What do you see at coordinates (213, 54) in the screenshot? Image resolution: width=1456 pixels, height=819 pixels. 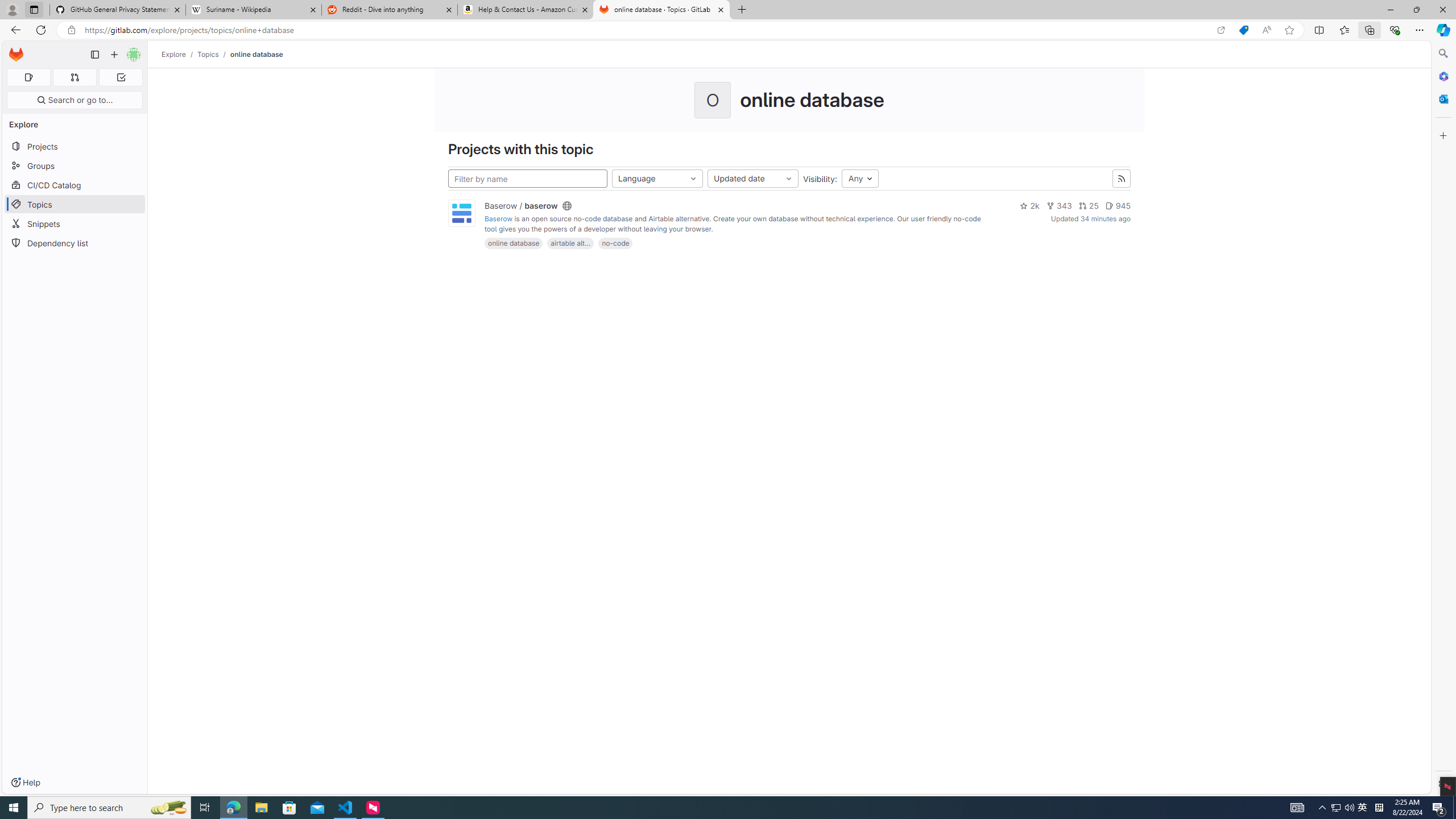 I see `'Topics/'` at bounding box center [213, 54].